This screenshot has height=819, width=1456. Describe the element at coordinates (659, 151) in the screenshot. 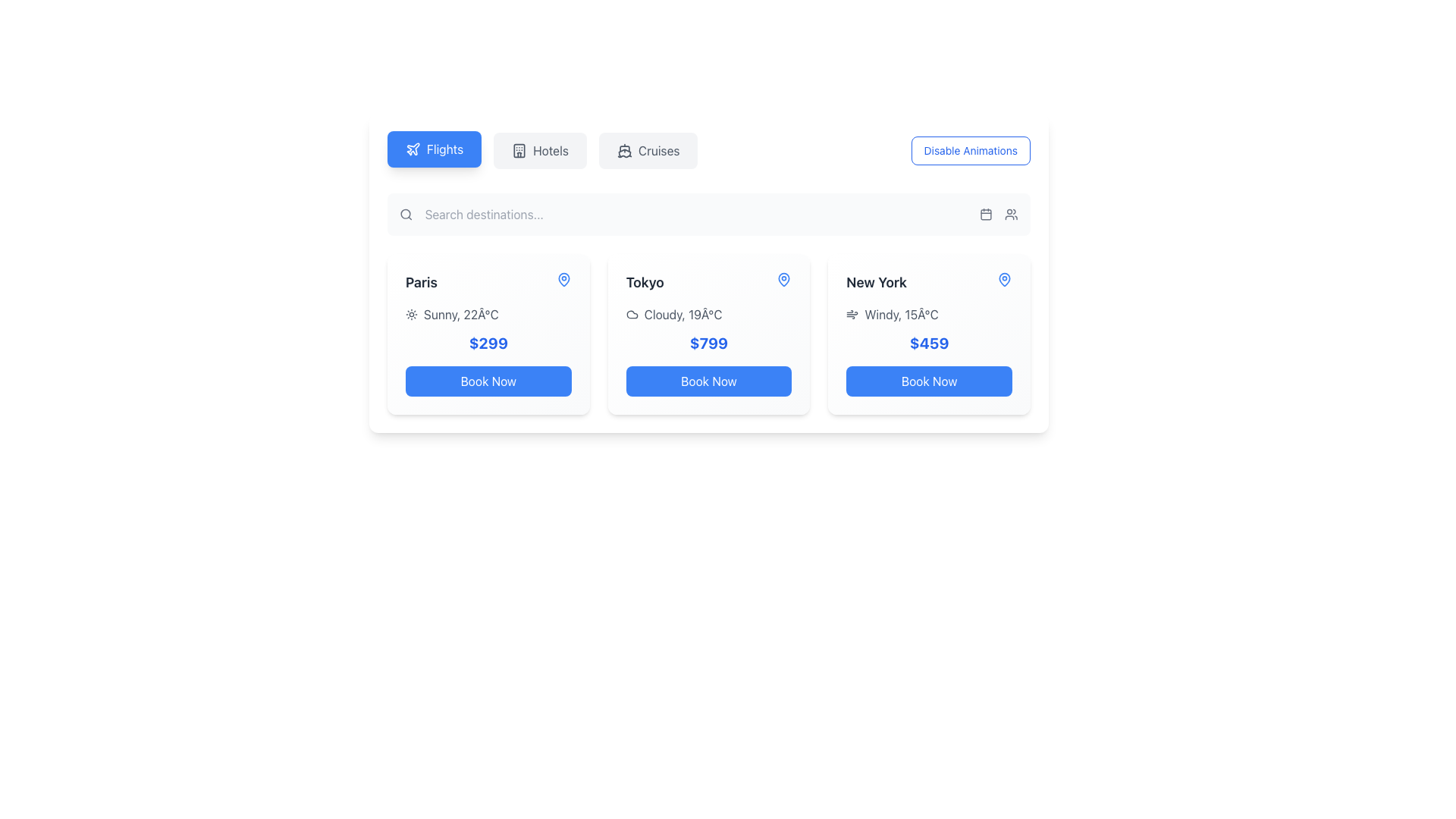

I see `the Text label representing the cruises category in the horizontal navigation menu, positioned between the 'Hotels' label and a section separator` at that location.